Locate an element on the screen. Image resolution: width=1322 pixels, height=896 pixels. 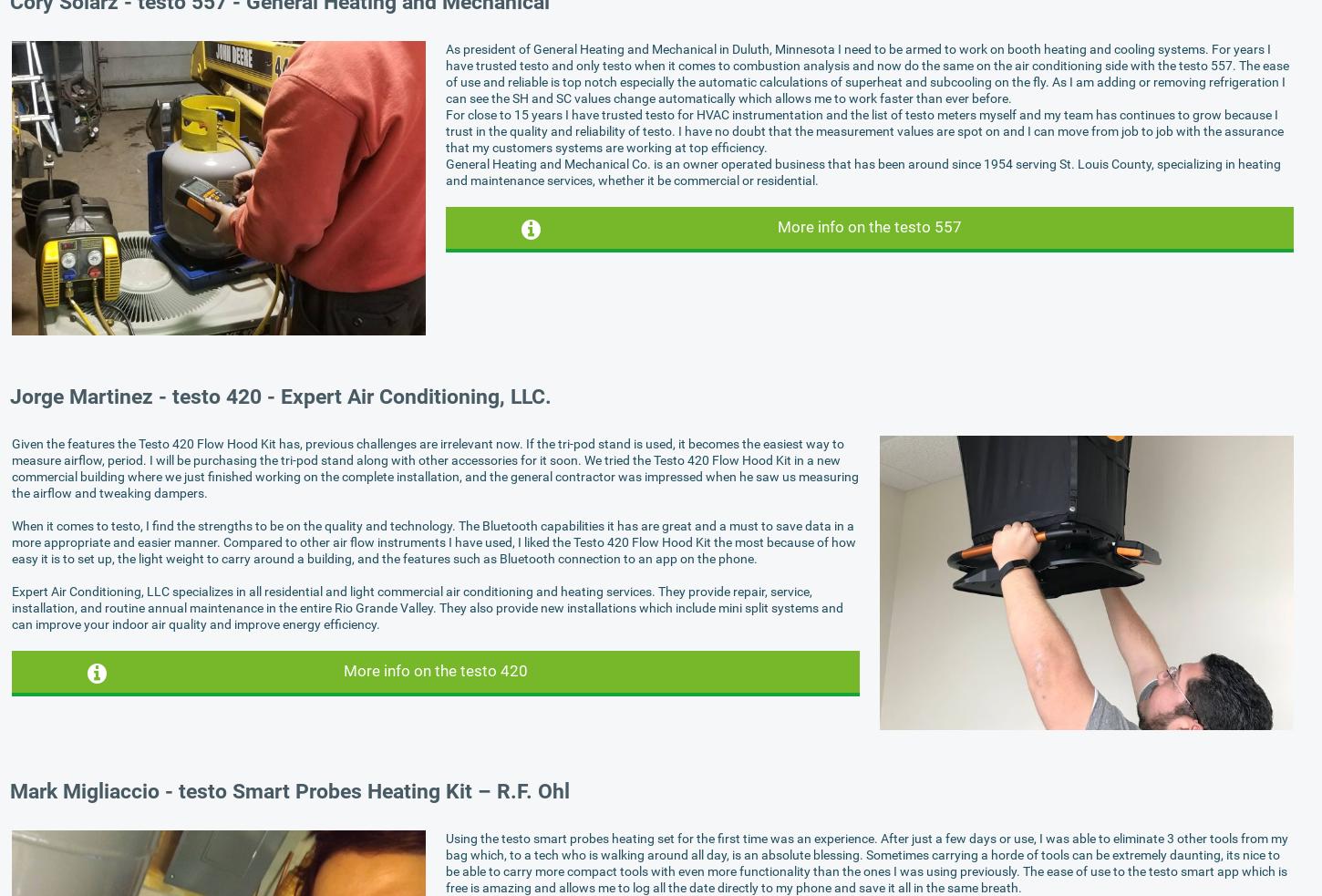
'Expert Air Conditioning, LLC specializes in all residential and light commercial air conditioning and heating services. They provide repair, service, installation, and routine annual maintenance in the entire Rio Grande Valley. They also provide new installations which include mini split systems and can improve your indoor air quality and improve energy efficiency.' is located at coordinates (426, 605).